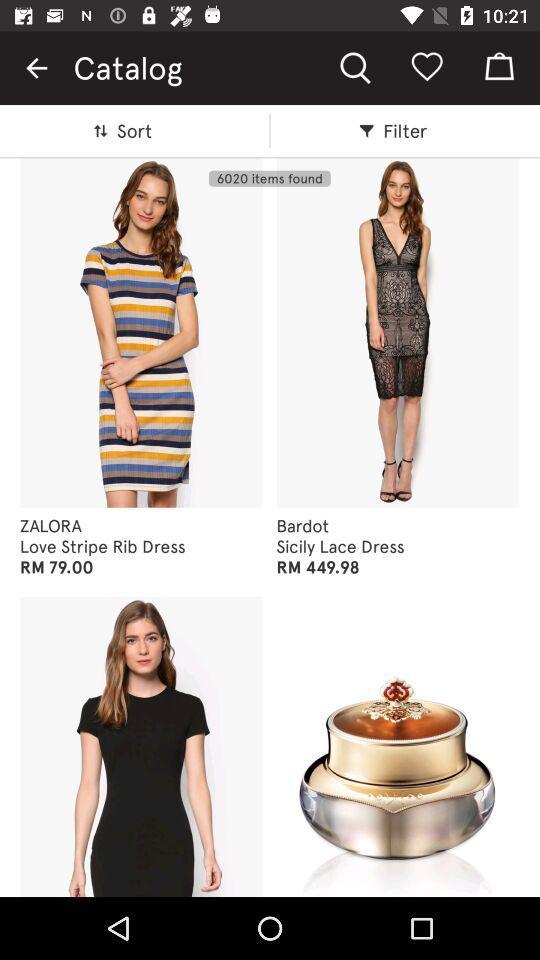 The image size is (540, 960). What do you see at coordinates (36, 68) in the screenshot?
I see `item next to the catalog item` at bounding box center [36, 68].